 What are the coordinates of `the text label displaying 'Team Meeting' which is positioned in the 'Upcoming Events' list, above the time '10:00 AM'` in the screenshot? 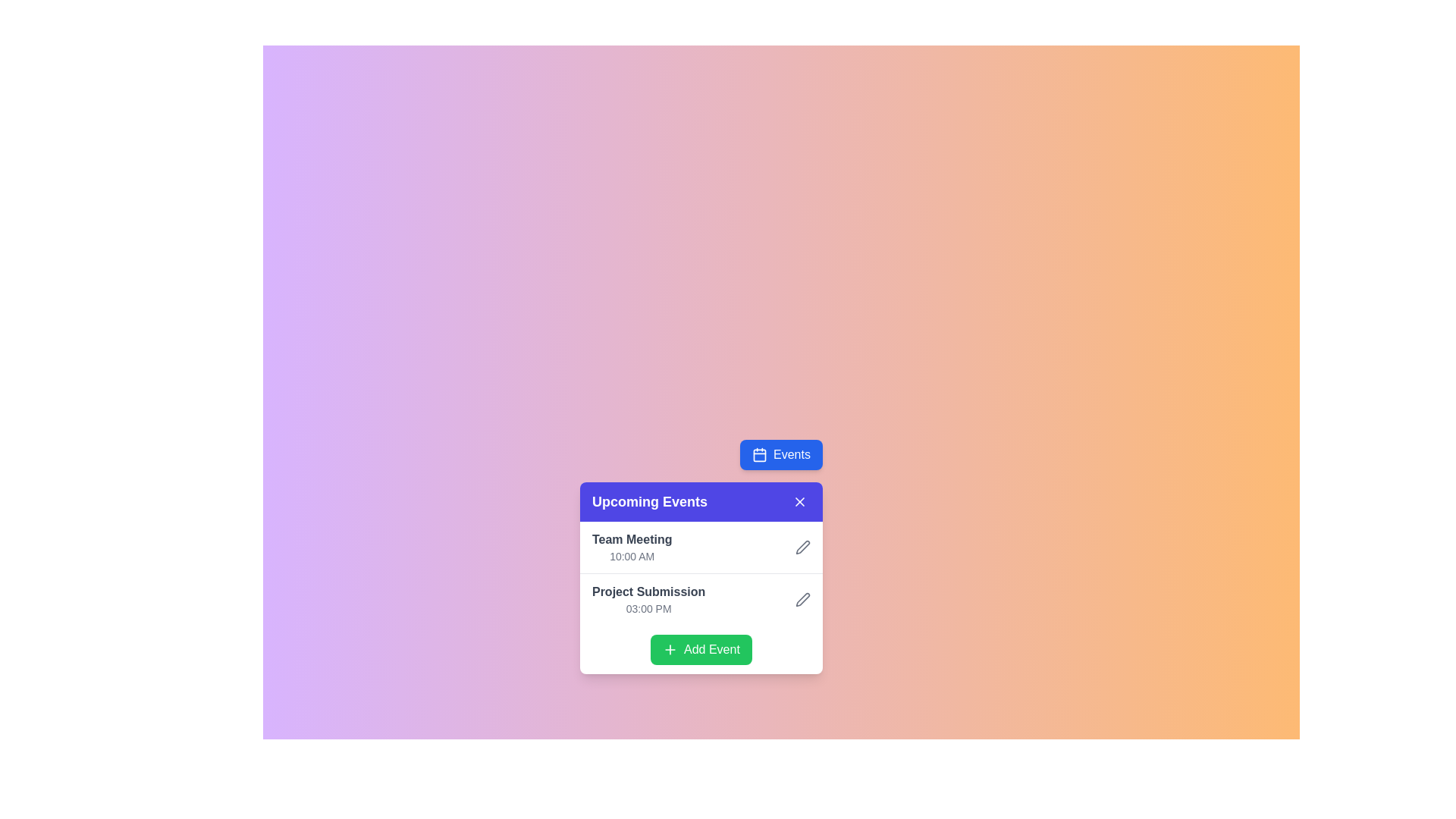 It's located at (632, 539).